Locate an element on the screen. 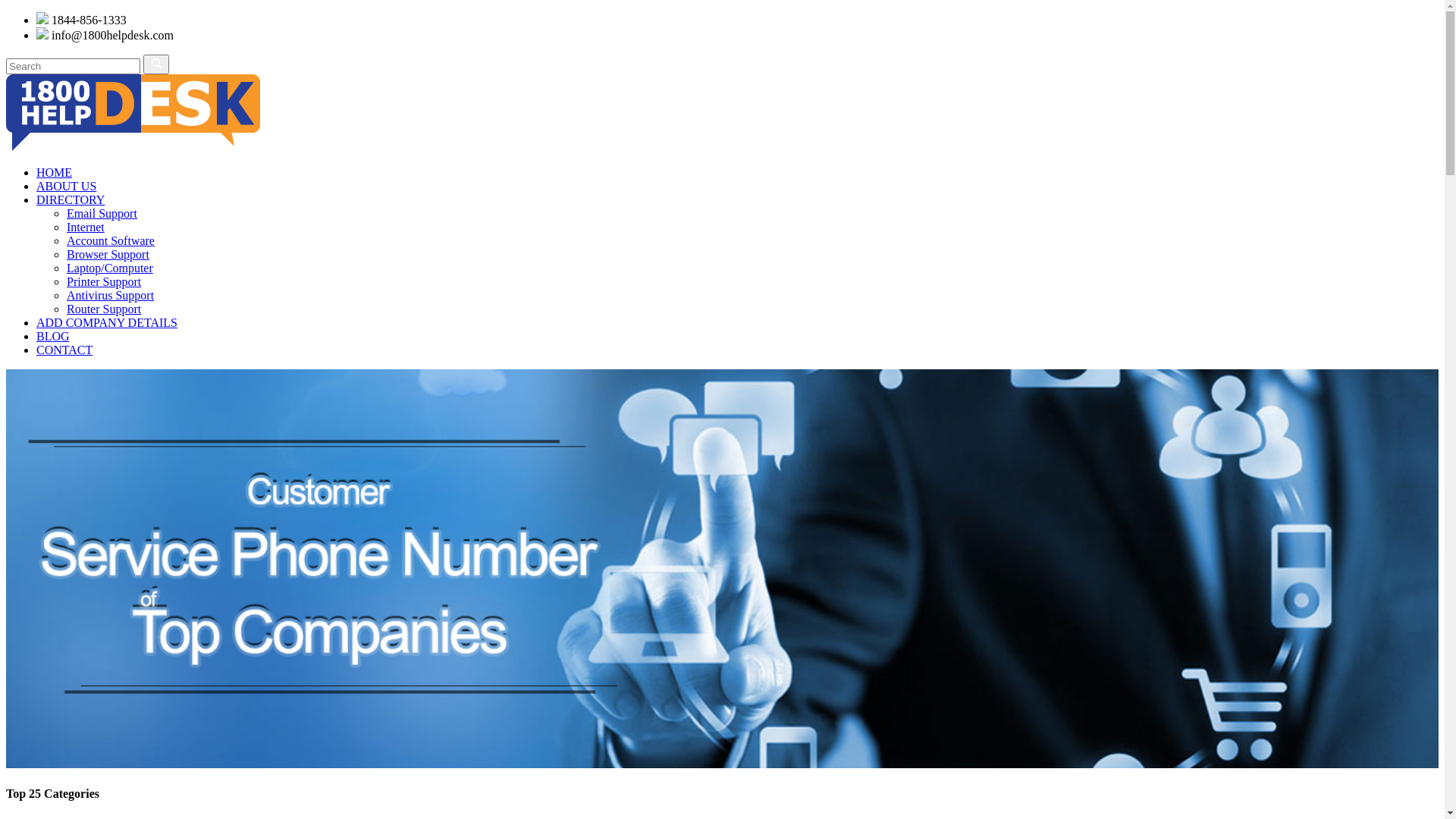 This screenshot has height=819, width=1456. 'ABOUT US' is located at coordinates (36, 185).